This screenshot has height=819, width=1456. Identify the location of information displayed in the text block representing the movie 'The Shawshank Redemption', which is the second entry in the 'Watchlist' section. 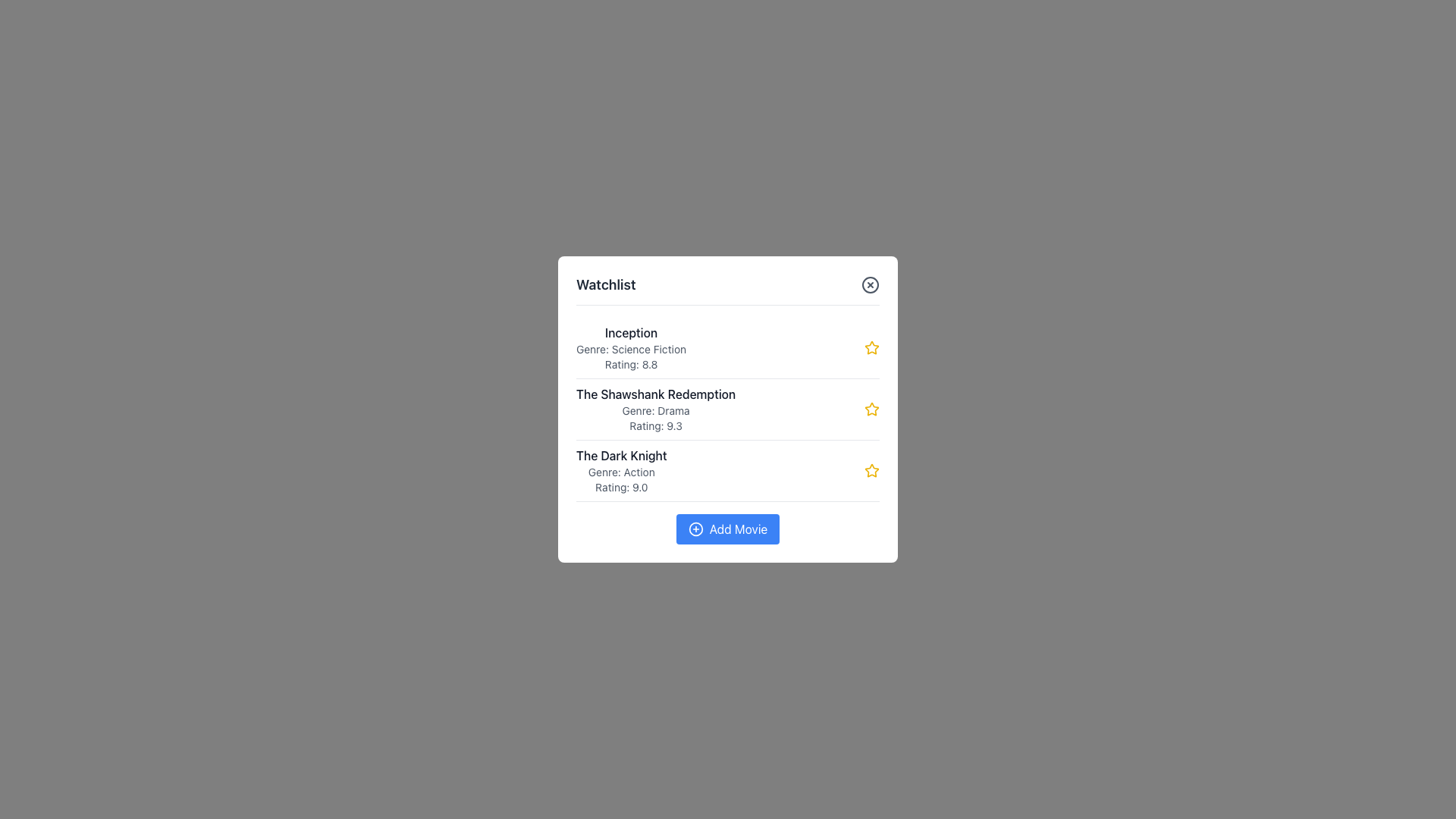
(656, 409).